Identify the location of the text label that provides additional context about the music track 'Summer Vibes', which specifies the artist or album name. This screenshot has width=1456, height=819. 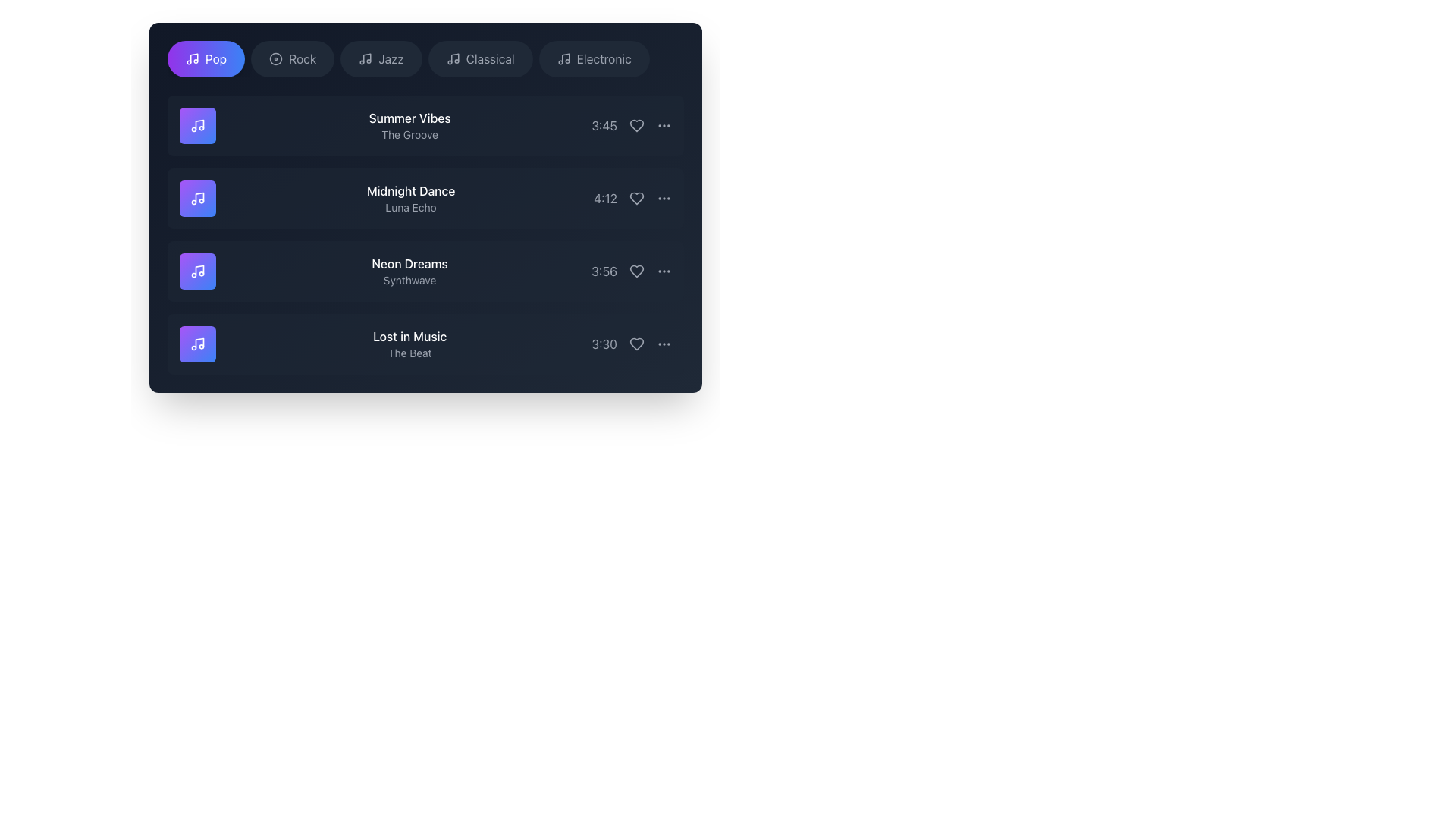
(409, 133).